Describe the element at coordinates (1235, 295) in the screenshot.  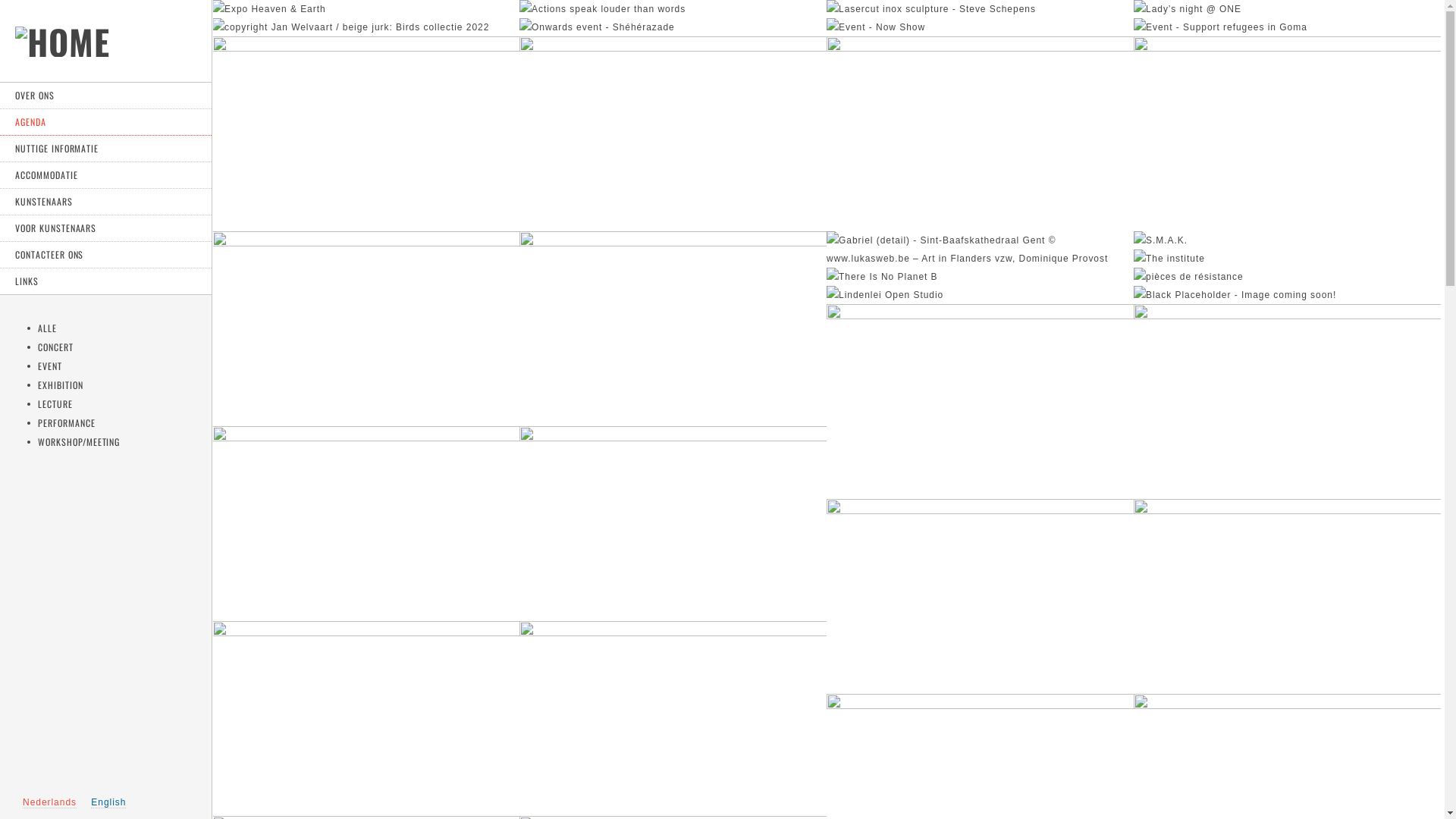
I see `'Black Placeholder - Image coming soon!'` at that location.